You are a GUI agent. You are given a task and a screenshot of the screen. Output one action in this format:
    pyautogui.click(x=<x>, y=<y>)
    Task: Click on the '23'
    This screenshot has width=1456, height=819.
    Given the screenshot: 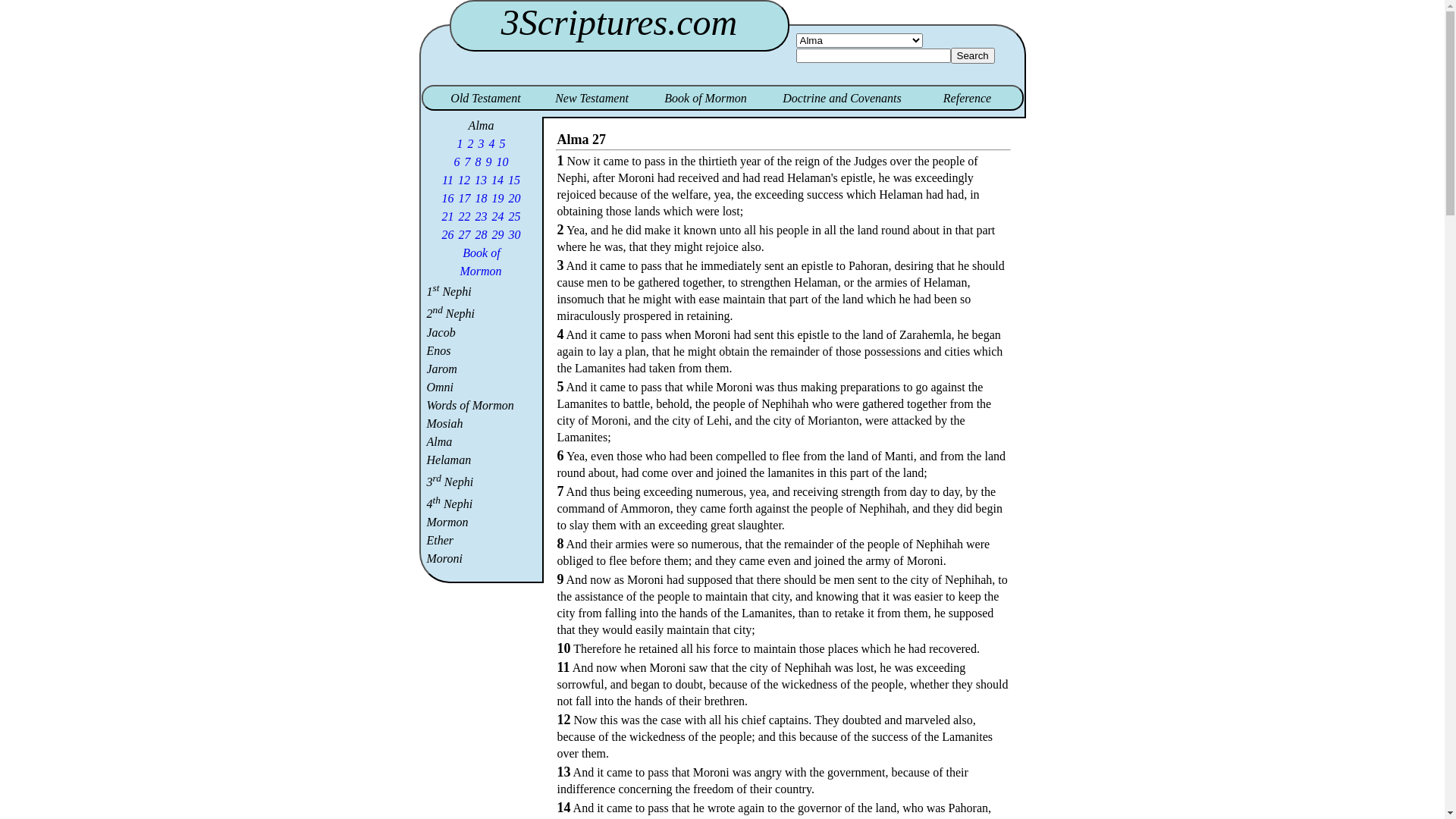 What is the action you would take?
    pyautogui.click(x=480, y=216)
    